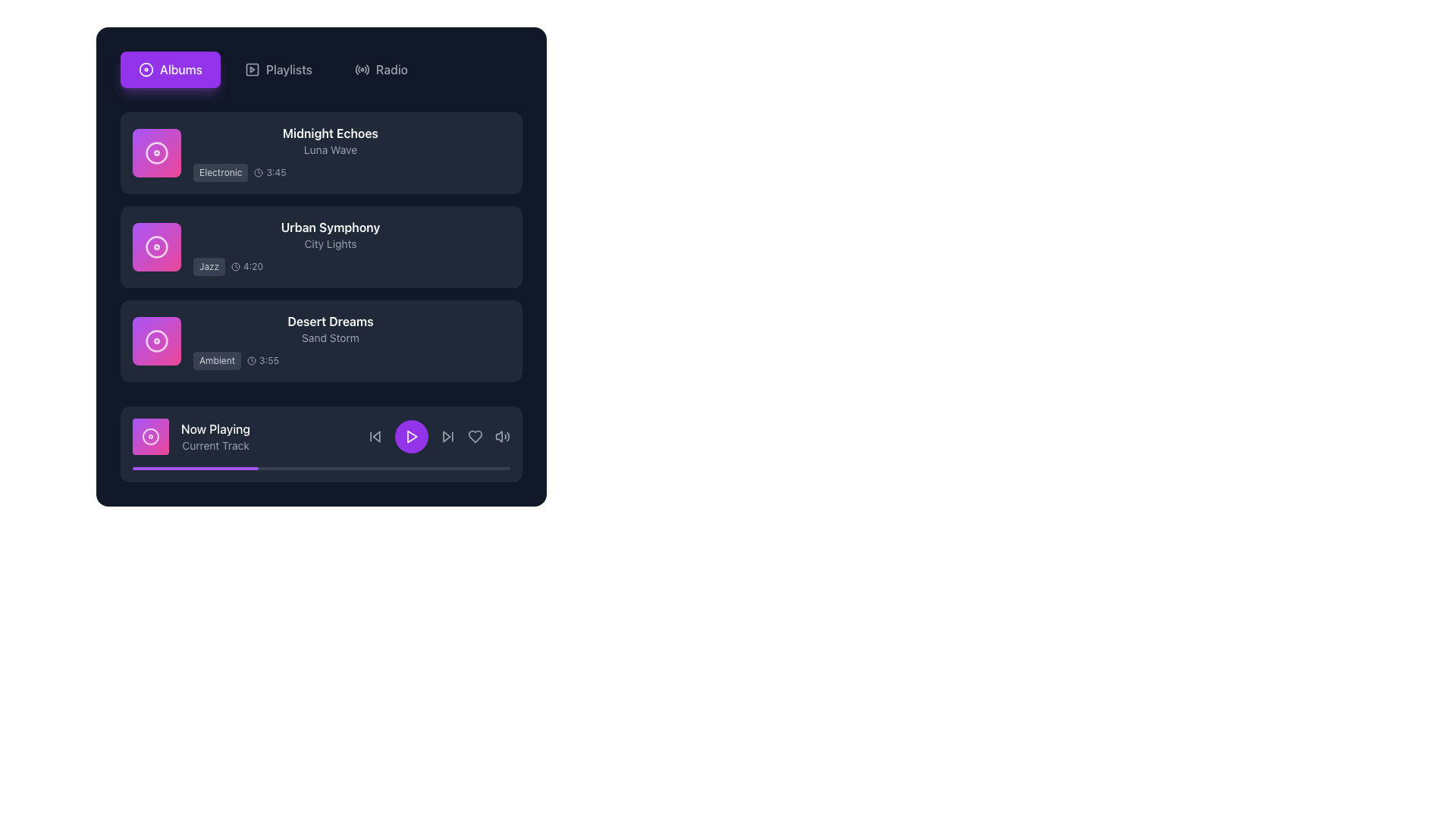 The height and width of the screenshot is (819, 1456). Describe the element at coordinates (320, 152) in the screenshot. I see `the first audio track entry` at that location.